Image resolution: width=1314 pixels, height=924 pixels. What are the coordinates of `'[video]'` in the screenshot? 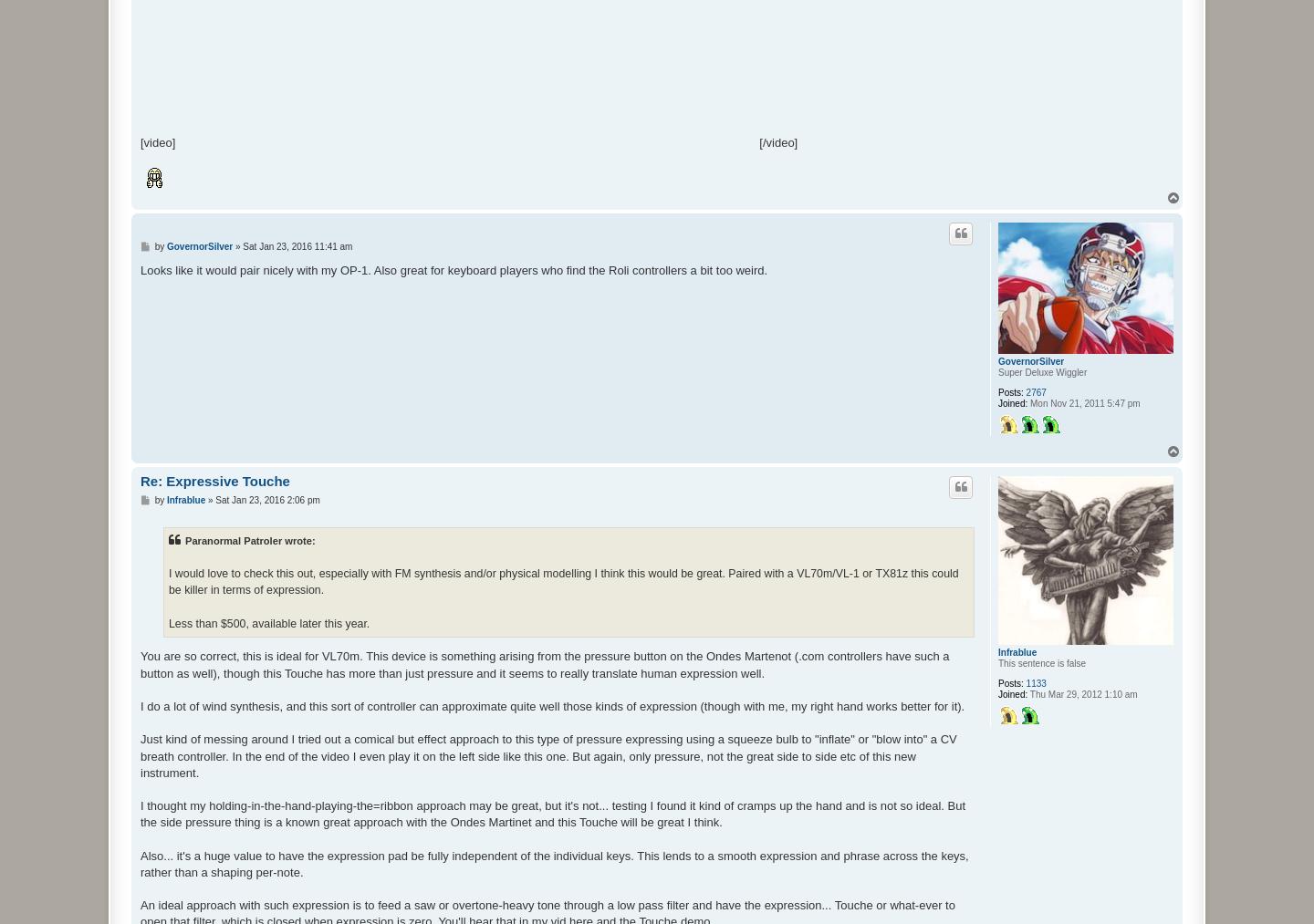 It's located at (139, 141).